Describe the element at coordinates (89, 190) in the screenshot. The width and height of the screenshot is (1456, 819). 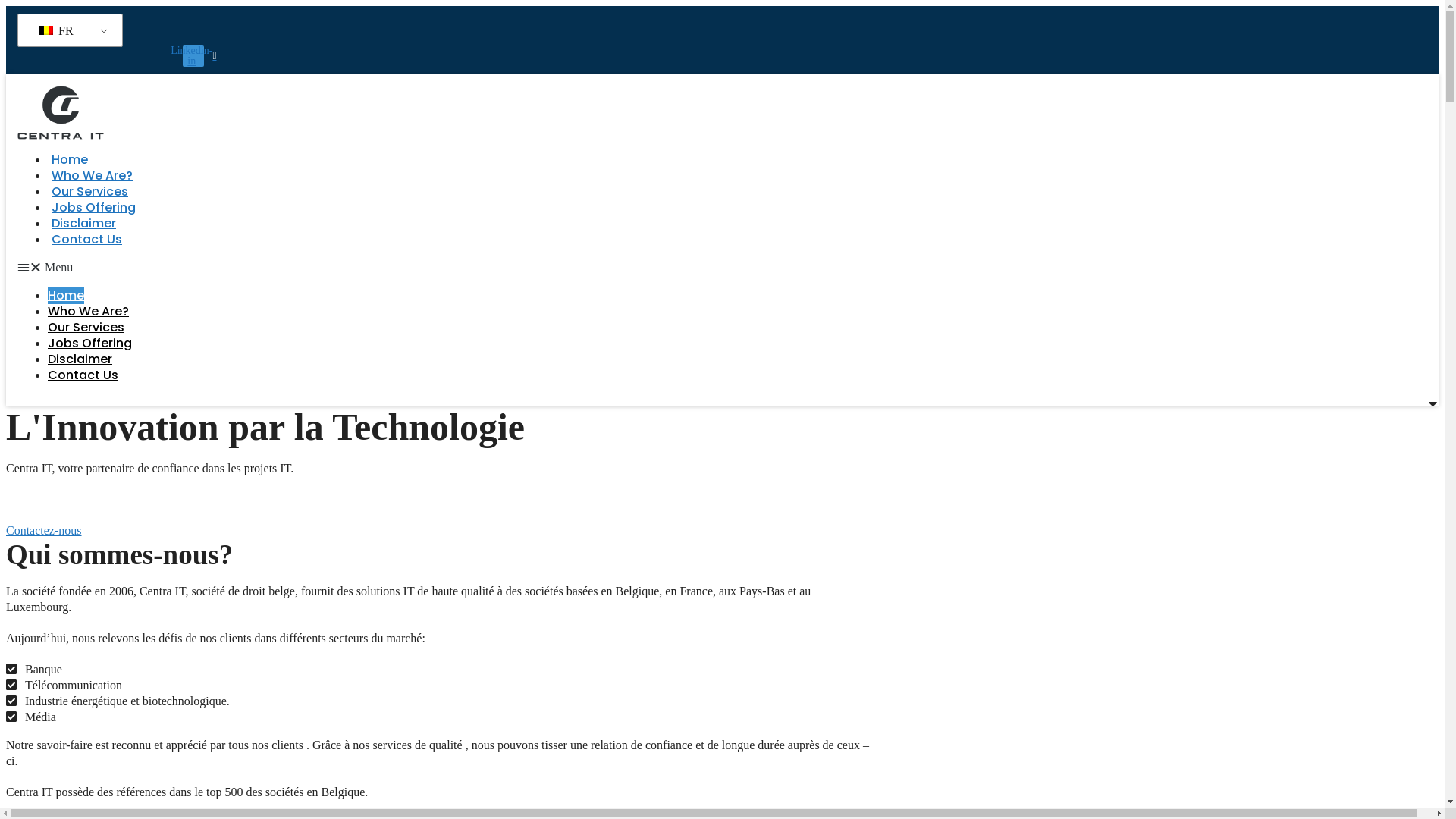
I see `'Our Services'` at that location.